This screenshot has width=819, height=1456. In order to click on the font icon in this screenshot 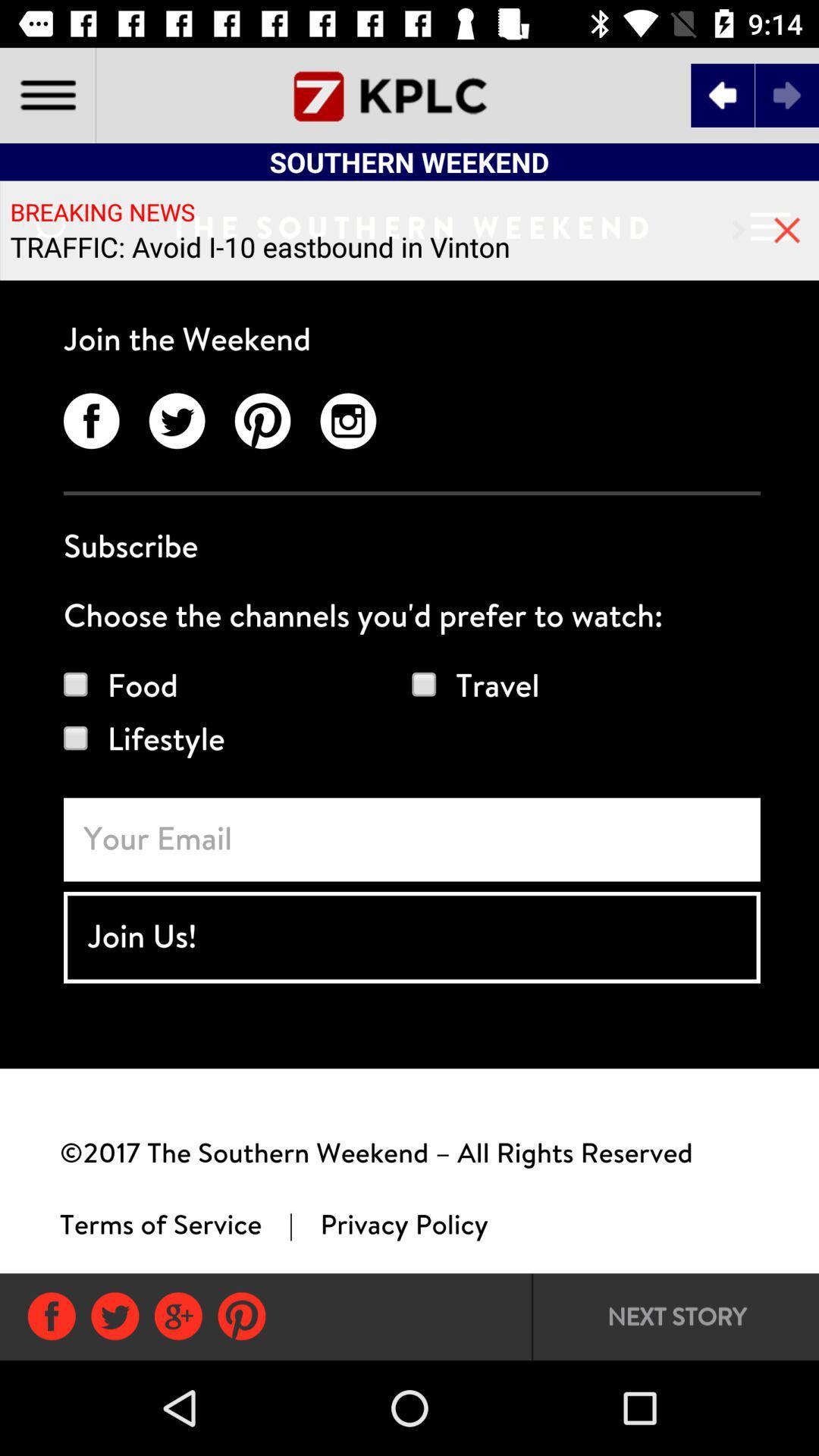, I will do `click(409, 94)`.